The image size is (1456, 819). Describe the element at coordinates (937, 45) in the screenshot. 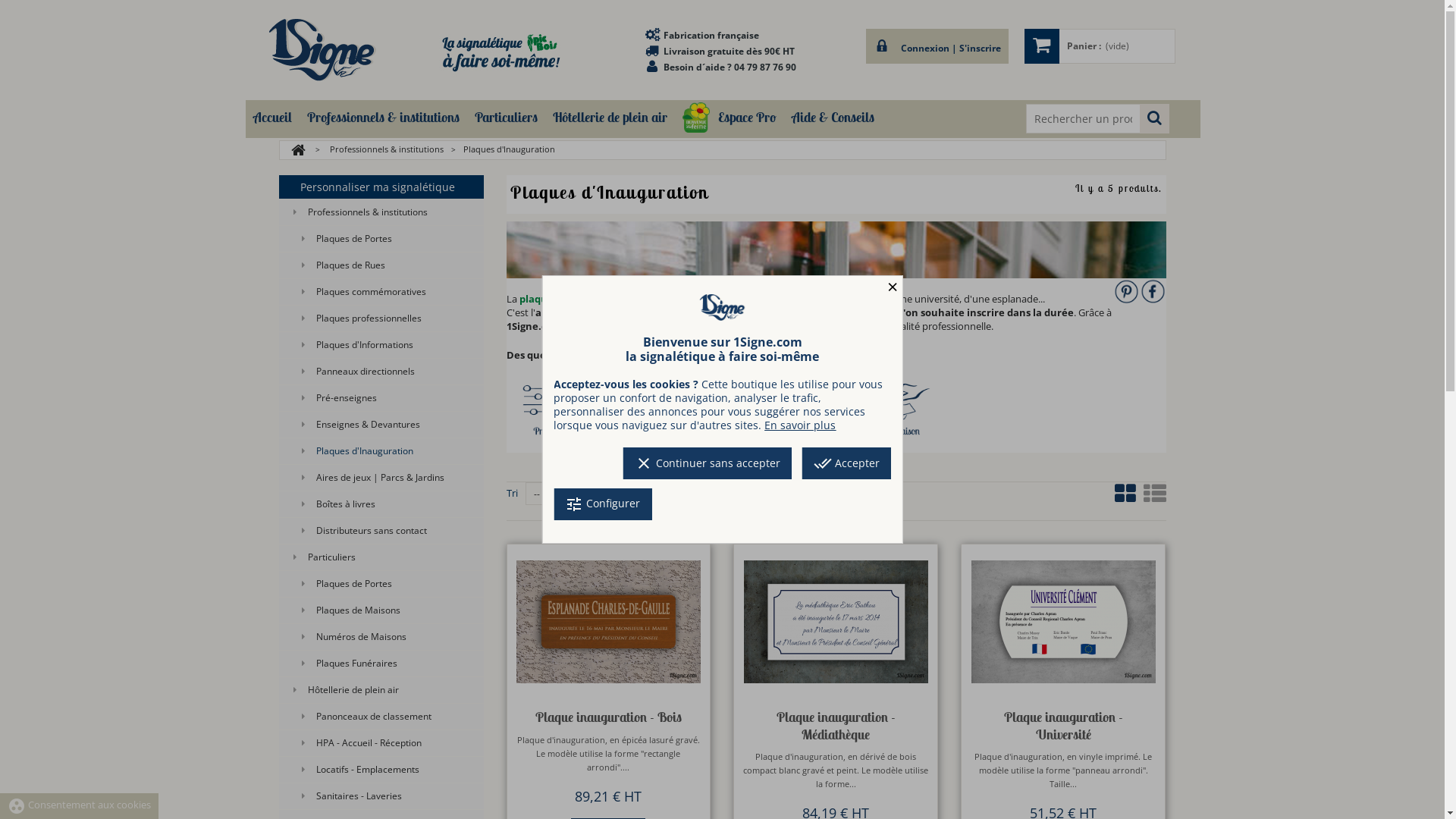

I see `'Connexion | S'inscrire'` at that location.